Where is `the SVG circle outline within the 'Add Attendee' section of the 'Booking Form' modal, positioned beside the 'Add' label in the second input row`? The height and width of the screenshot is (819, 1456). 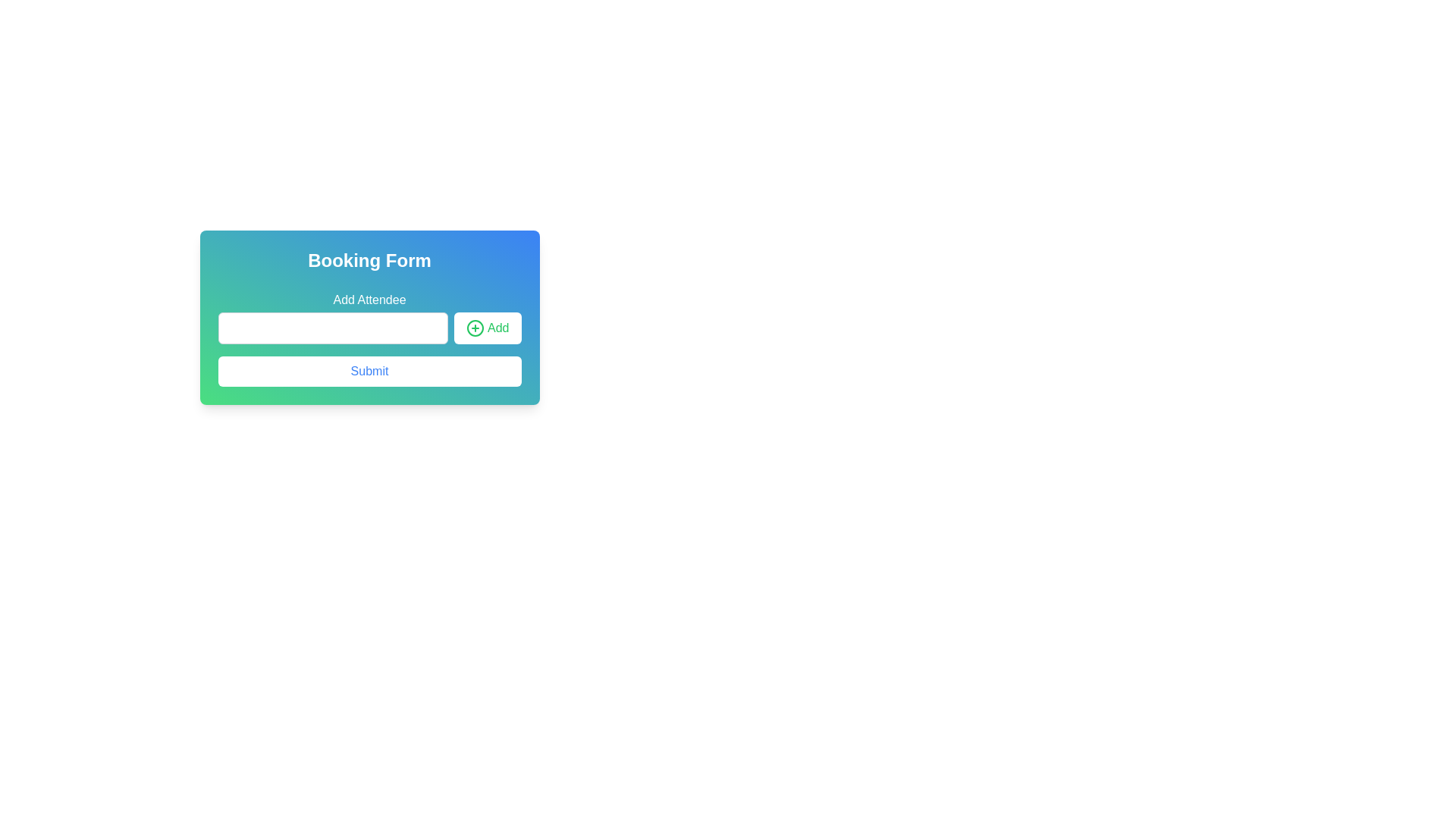 the SVG circle outline within the 'Add Attendee' section of the 'Booking Form' modal, positioned beside the 'Add' label in the second input row is located at coordinates (475, 328).